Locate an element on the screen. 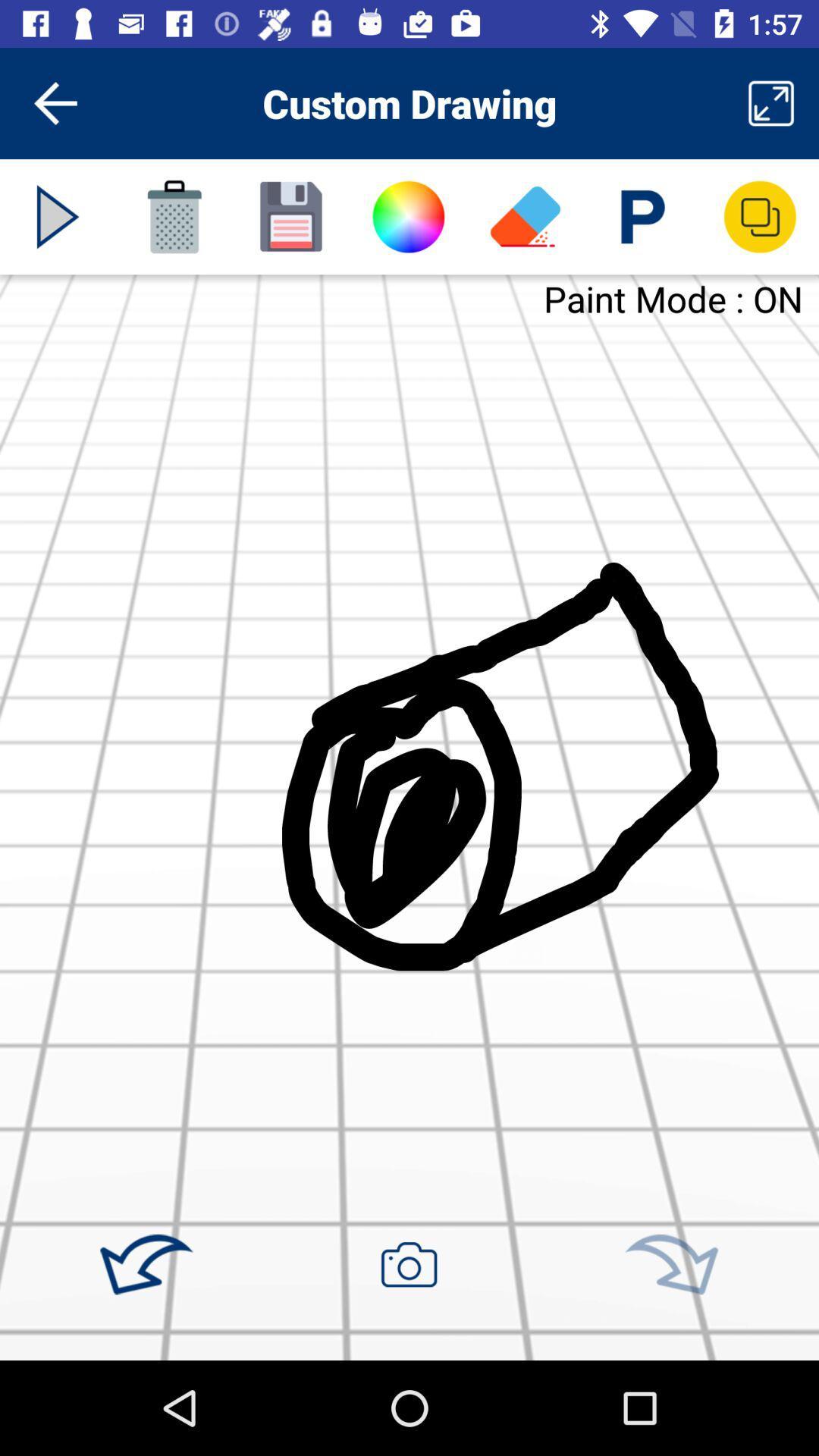 The image size is (819, 1456). the copy icon is located at coordinates (760, 216).